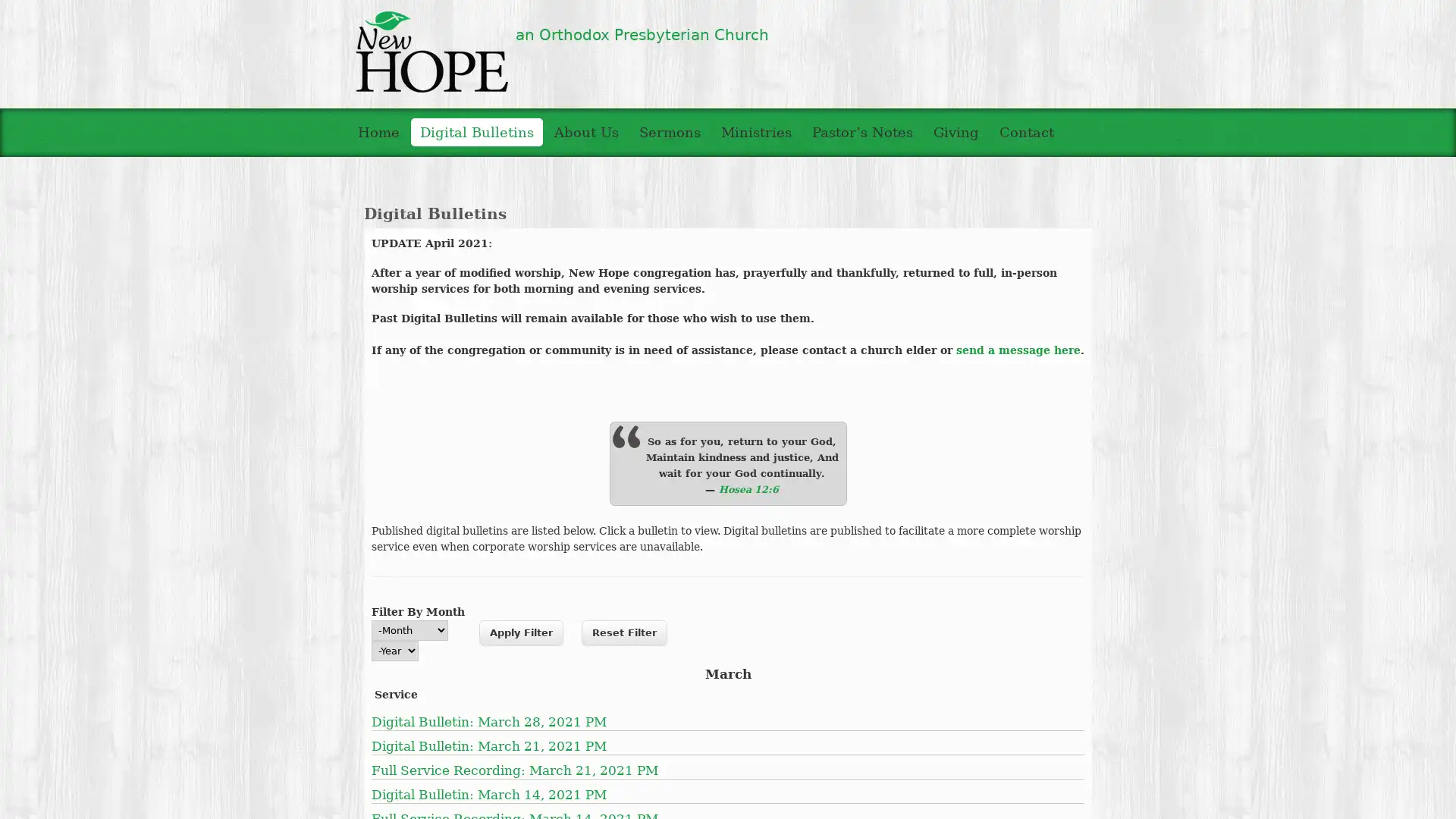  What do you see at coordinates (521, 632) in the screenshot?
I see `Apply Filter` at bounding box center [521, 632].